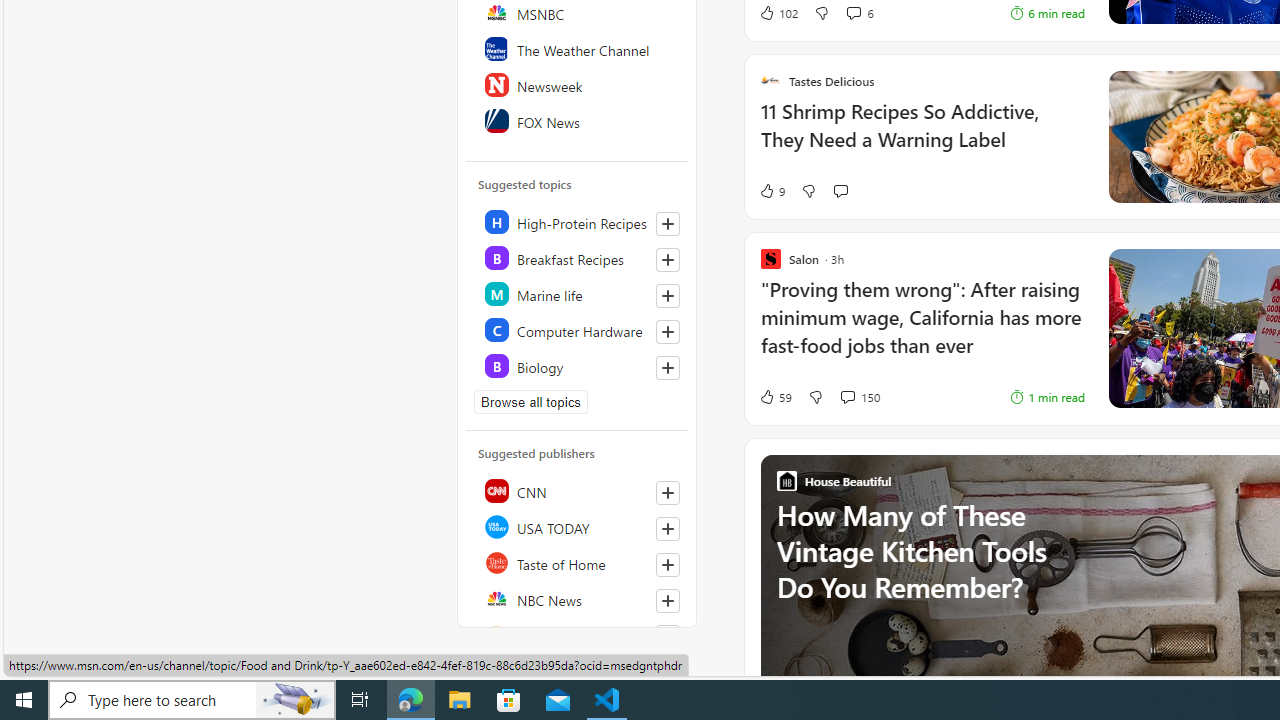 The image size is (1280, 720). What do you see at coordinates (774, 397) in the screenshot?
I see `'59 Like'` at bounding box center [774, 397].